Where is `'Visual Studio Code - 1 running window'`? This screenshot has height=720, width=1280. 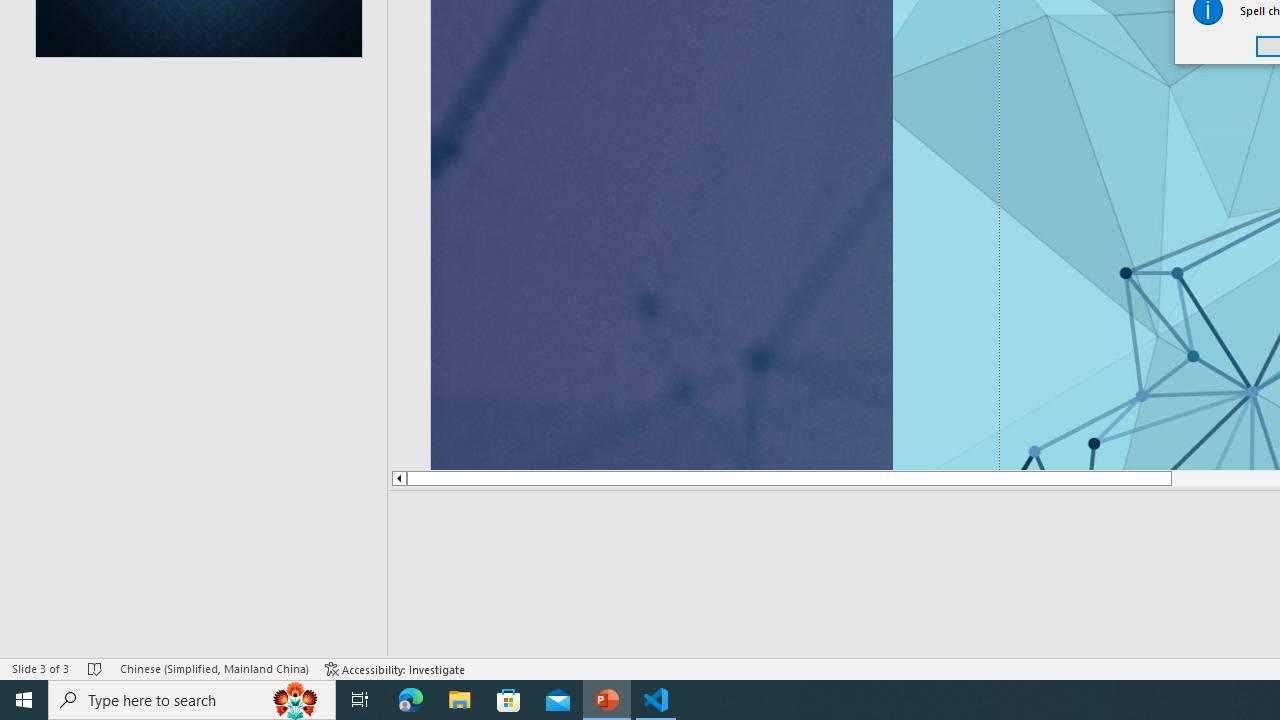
'Visual Studio Code - 1 running window' is located at coordinates (656, 698).